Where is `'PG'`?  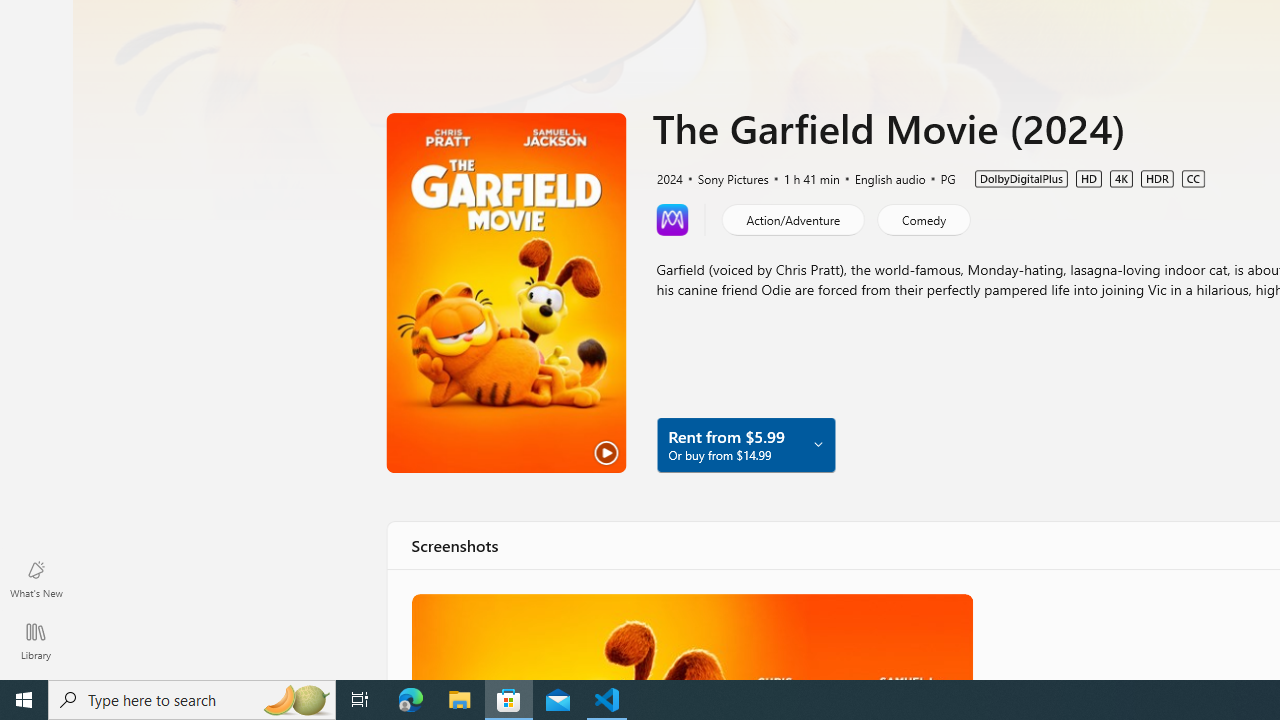 'PG' is located at coordinates (938, 177).